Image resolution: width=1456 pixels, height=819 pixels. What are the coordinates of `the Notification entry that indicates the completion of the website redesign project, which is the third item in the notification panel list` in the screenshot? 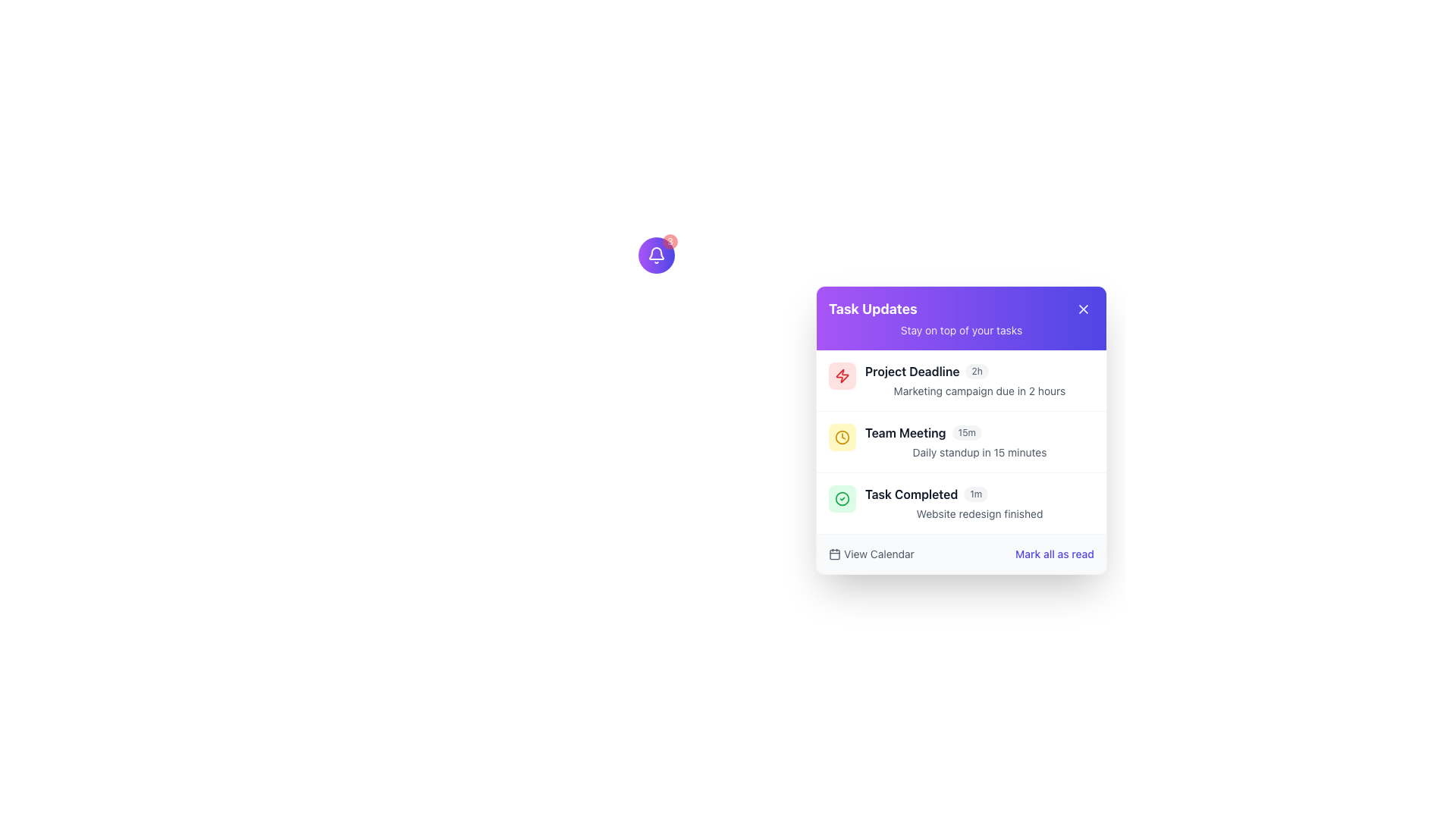 It's located at (960, 503).